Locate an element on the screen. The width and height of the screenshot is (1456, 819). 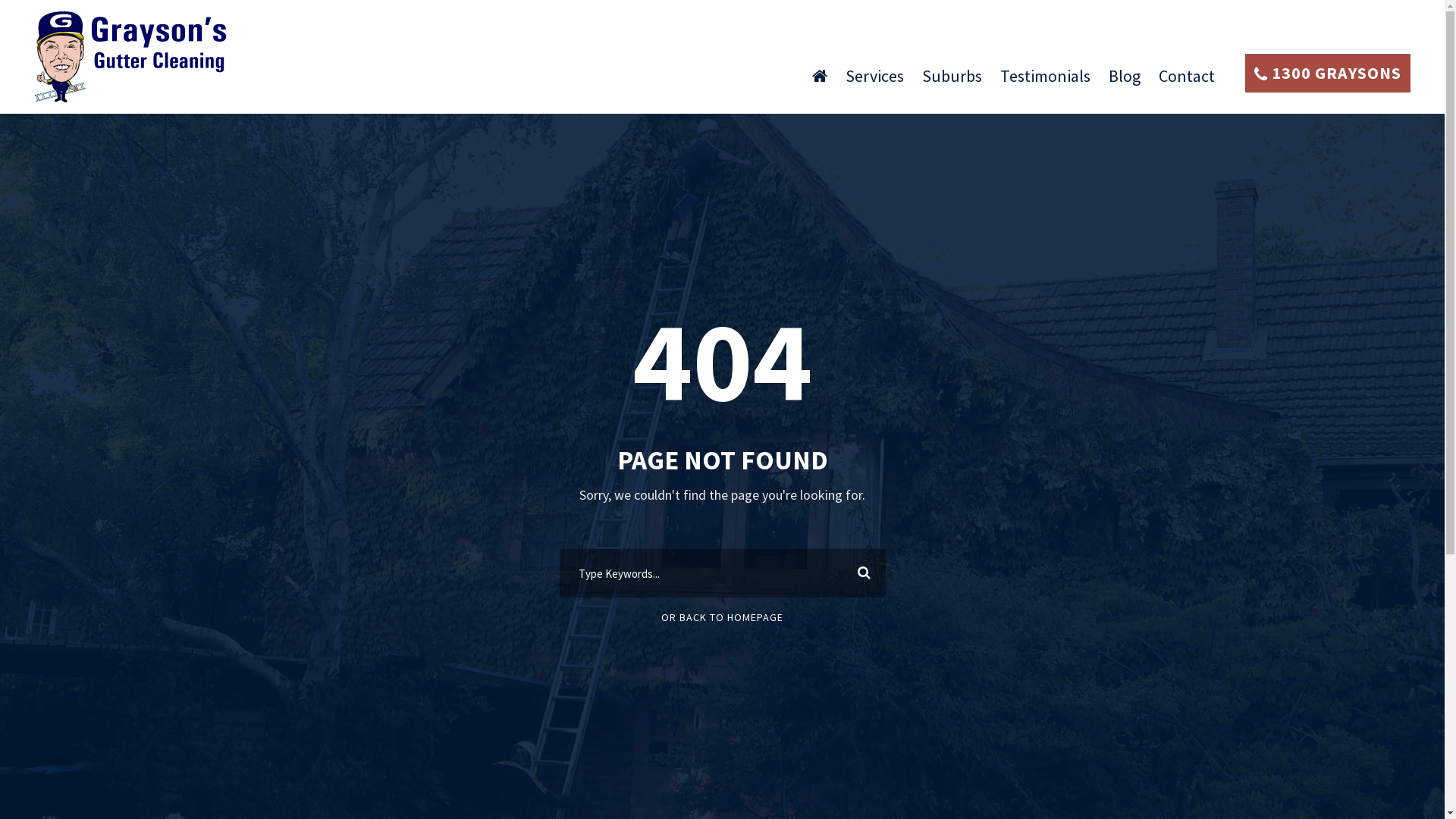
'Search' is located at coordinates (860, 573).